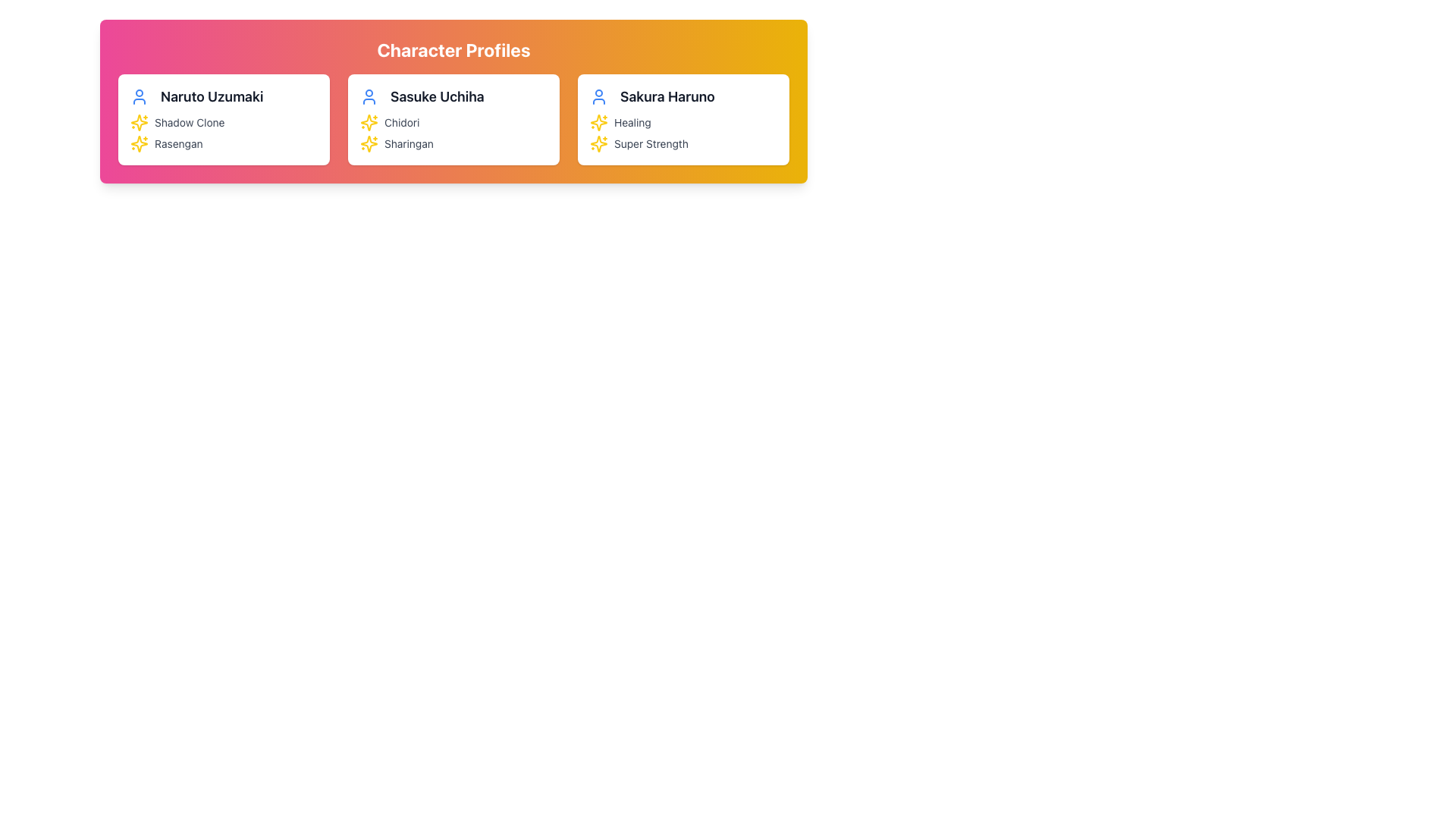  What do you see at coordinates (453, 102) in the screenshot?
I see `the interactive areas of the Information Display Card titled 'Character Profiles', which features a gradient background and three character sections, including 'Sasuke Uchiha' in the middle` at bounding box center [453, 102].